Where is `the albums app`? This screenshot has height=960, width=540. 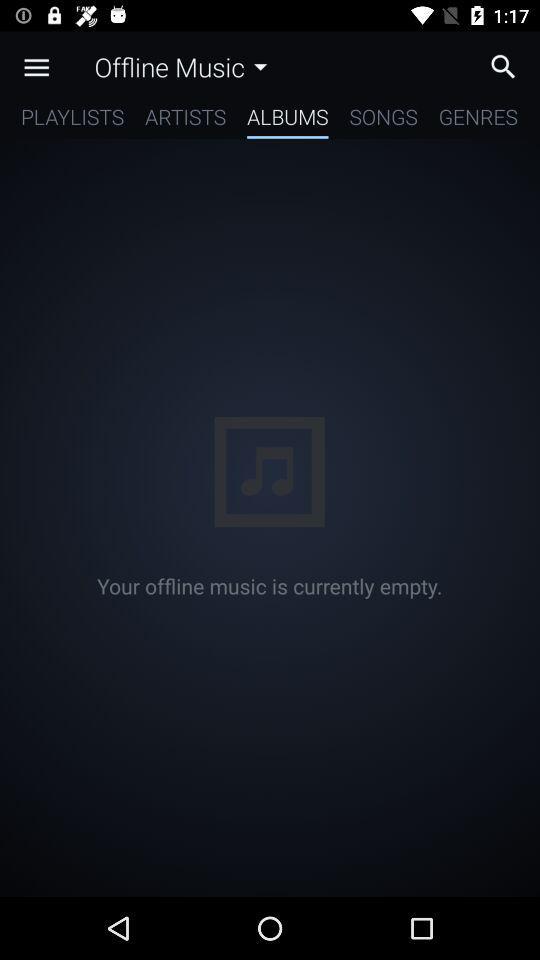
the albums app is located at coordinates (286, 120).